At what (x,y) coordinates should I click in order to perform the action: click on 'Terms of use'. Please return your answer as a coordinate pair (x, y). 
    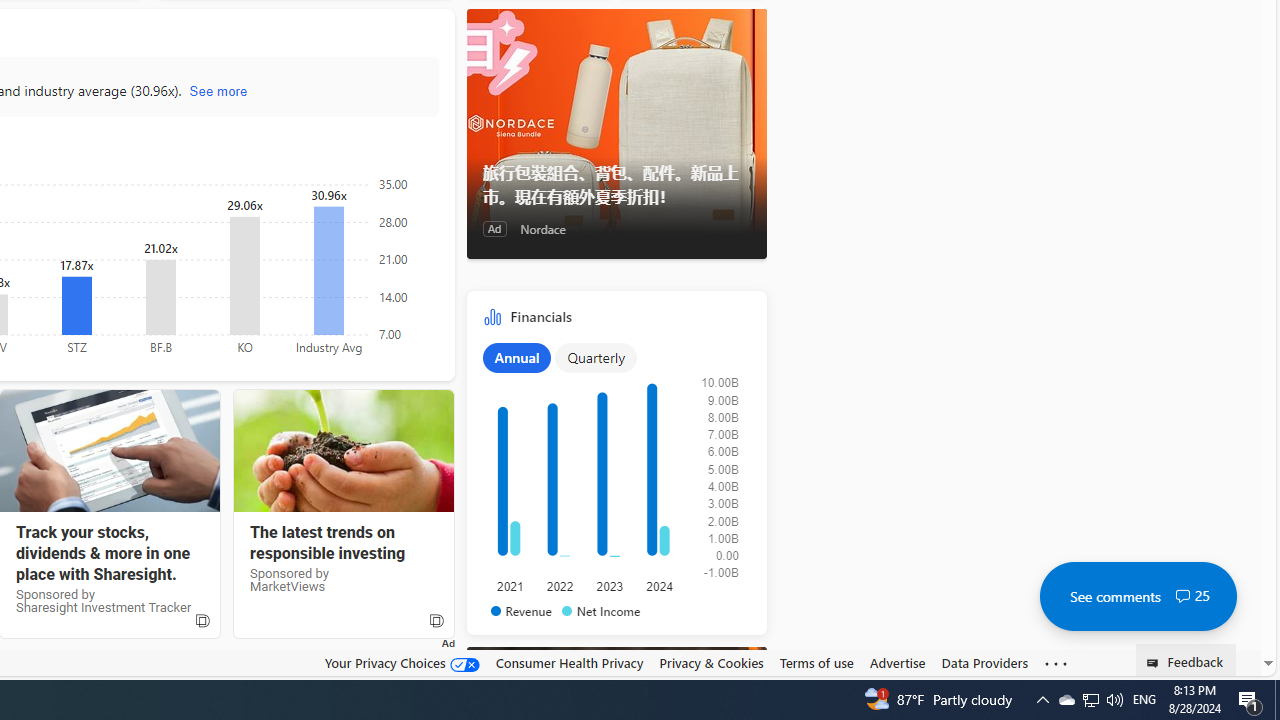
    Looking at the image, I should click on (816, 663).